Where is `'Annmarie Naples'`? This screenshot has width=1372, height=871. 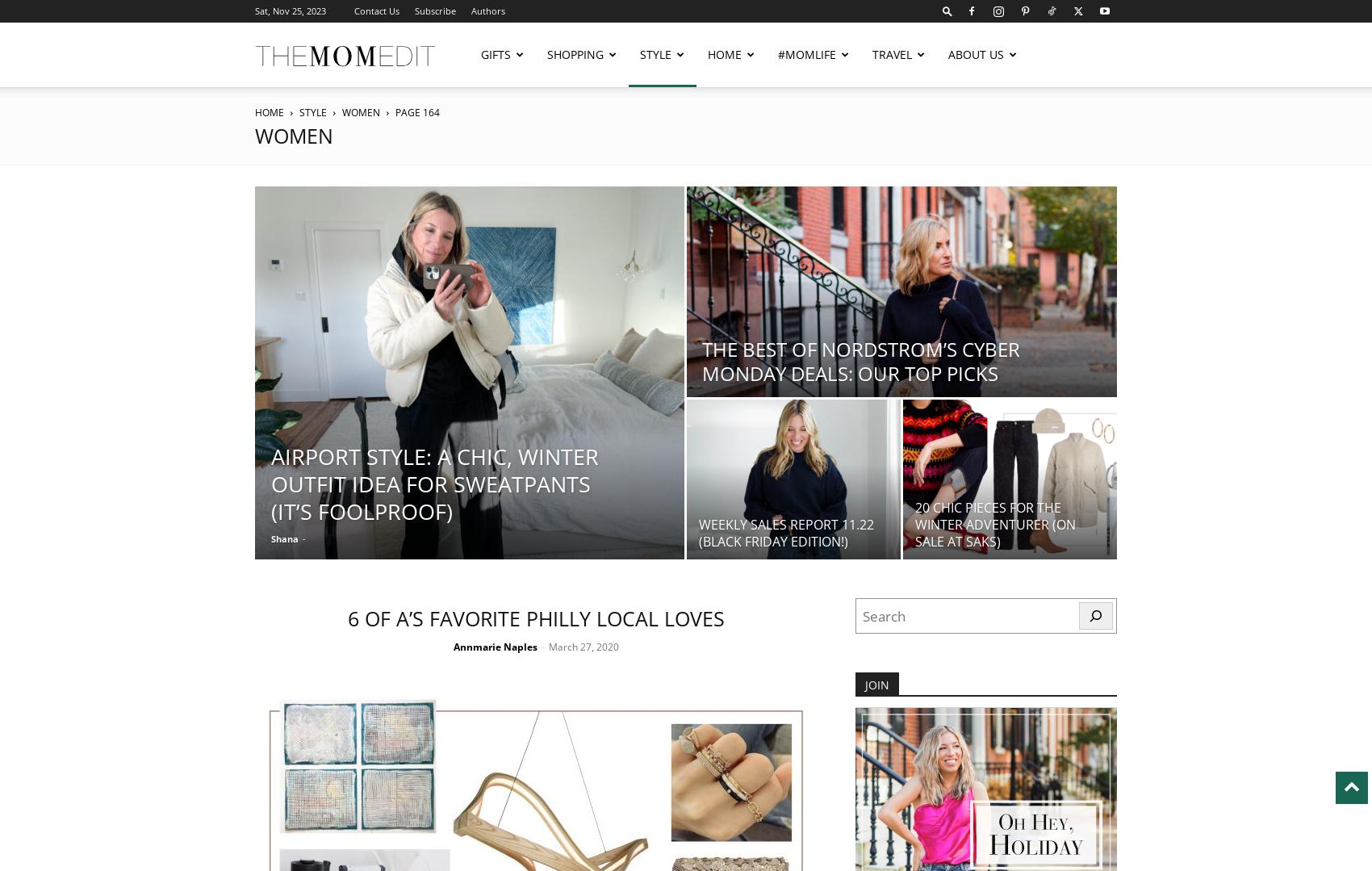 'Annmarie Naples' is located at coordinates (494, 646).